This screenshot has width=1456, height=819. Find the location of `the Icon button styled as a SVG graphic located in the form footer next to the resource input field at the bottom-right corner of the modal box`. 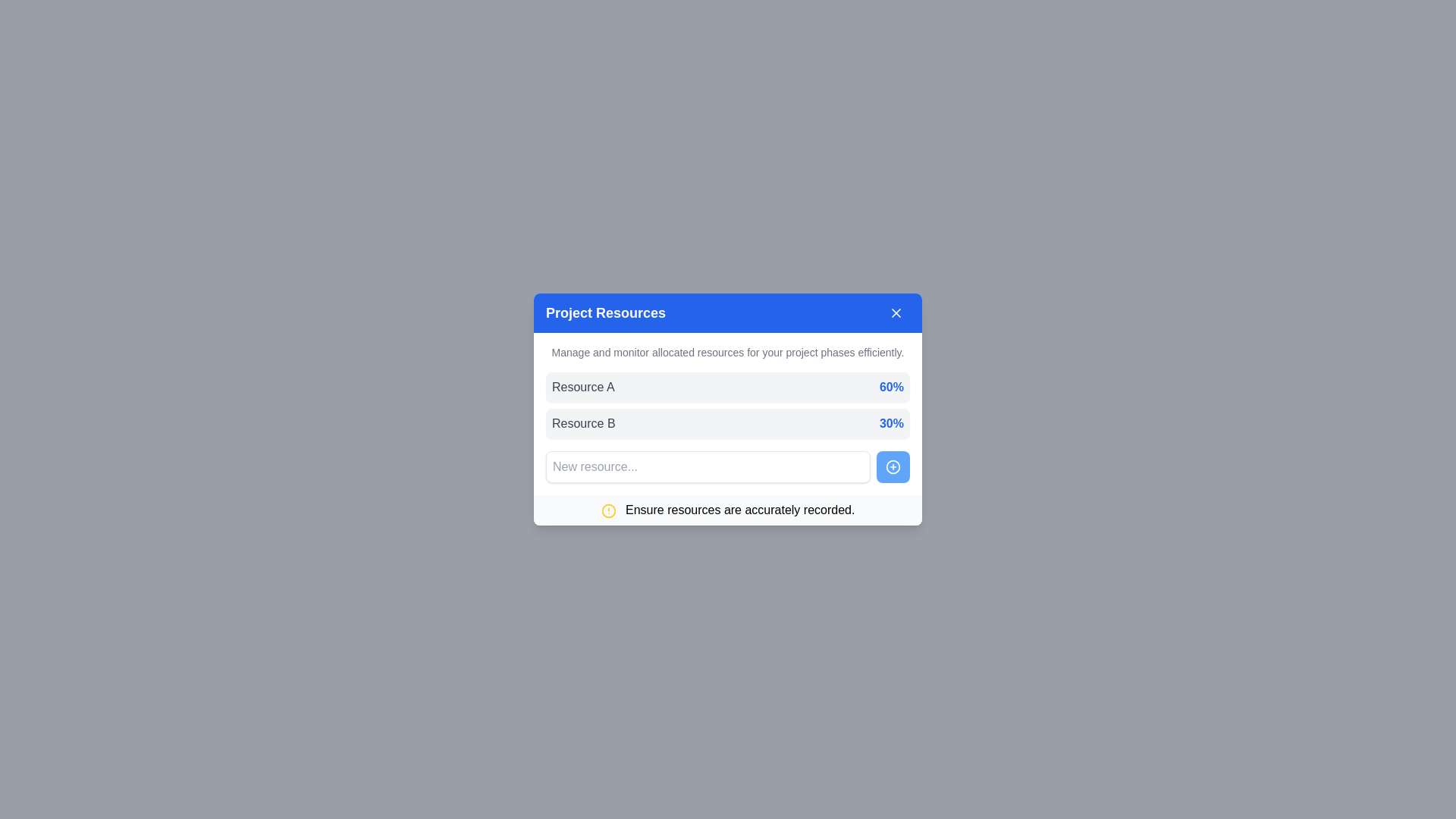

the Icon button styled as a SVG graphic located in the form footer next to the resource input field at the bottom-right corner of the modal box is located at coordinates (893, 466).